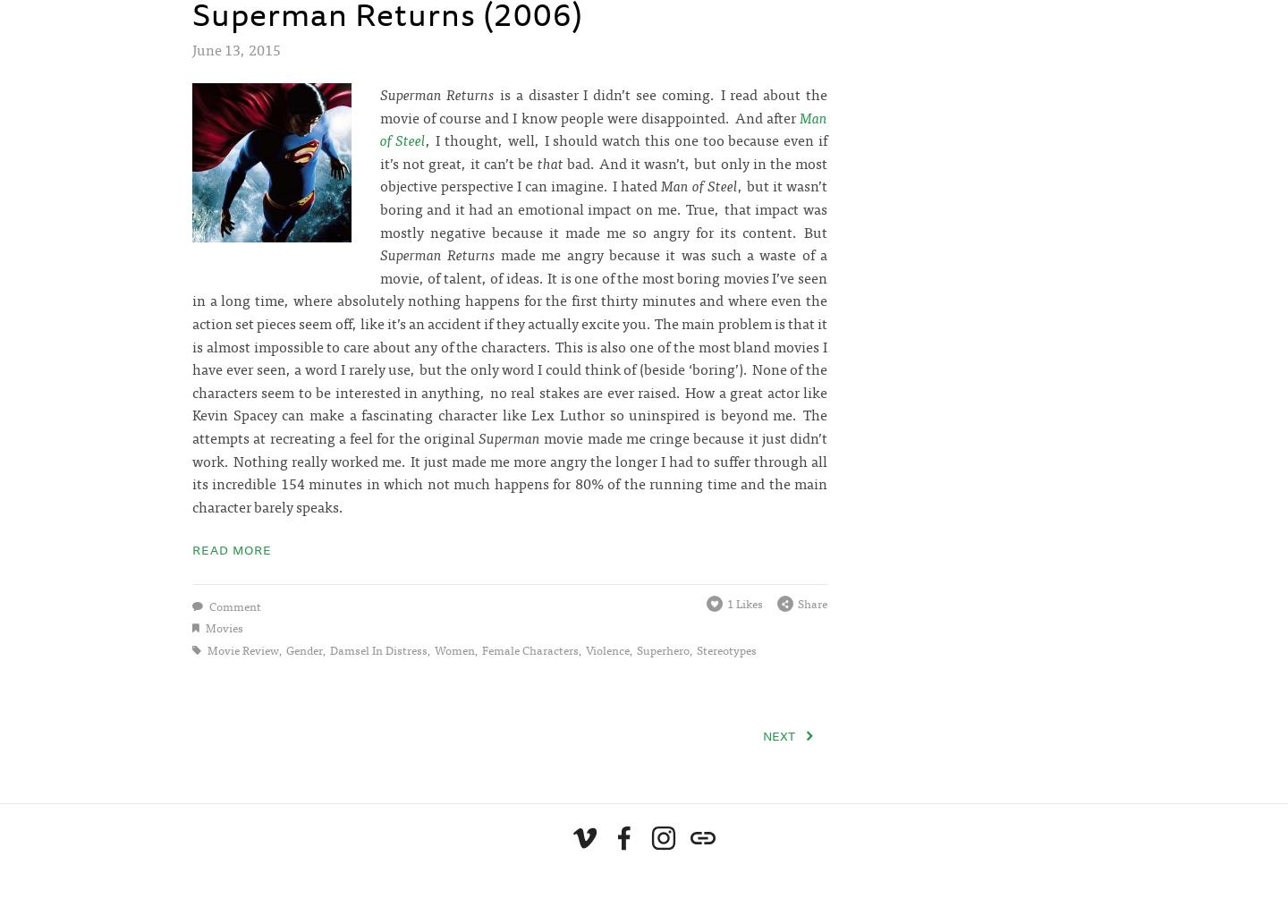 Image resolution: width=1288 pixels, height=924 pixels. I want to click on 'that', so click(548, 160).